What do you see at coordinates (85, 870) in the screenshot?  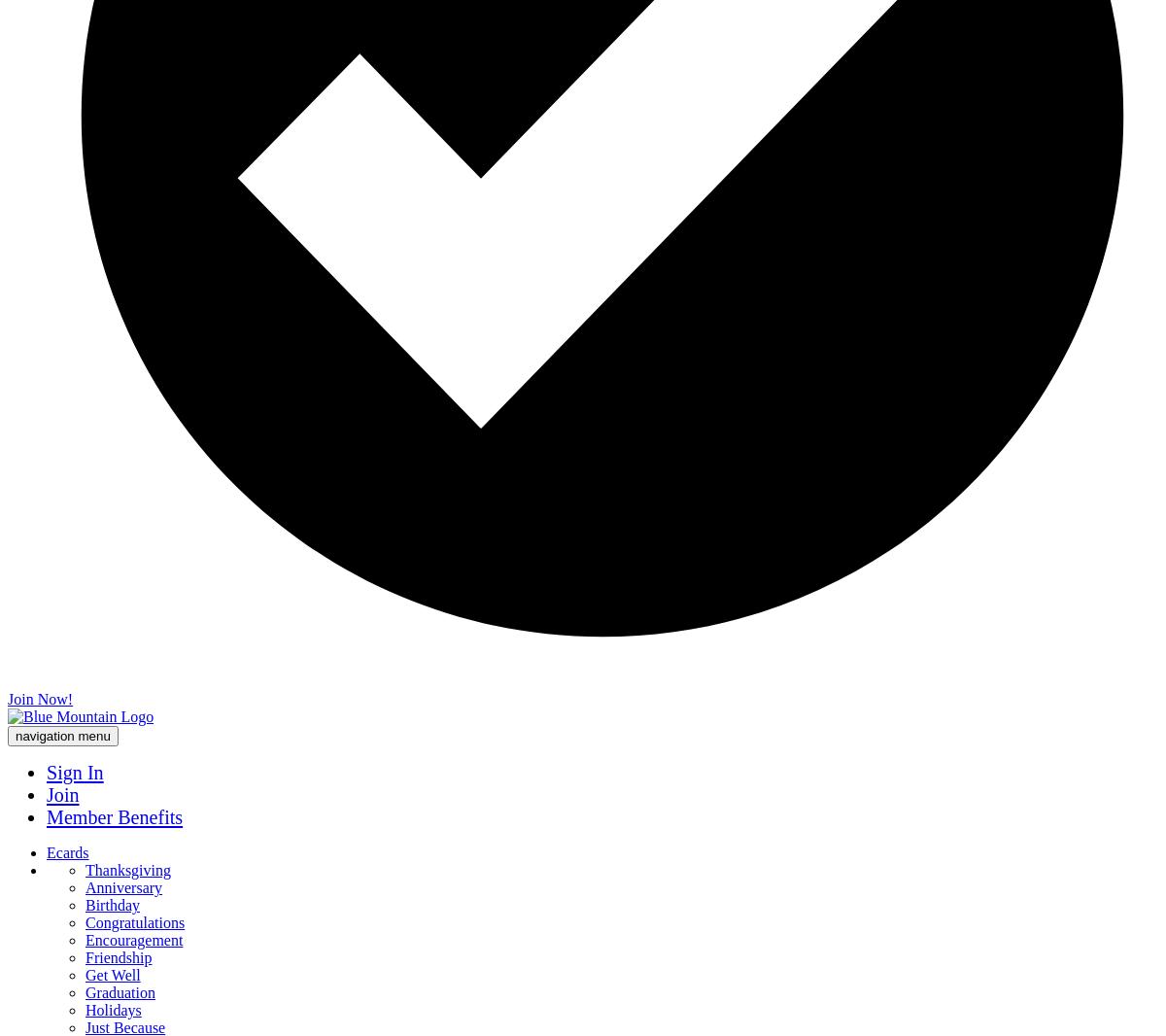 I see `'Thanksgiving'` at bounding box center [85, 870].